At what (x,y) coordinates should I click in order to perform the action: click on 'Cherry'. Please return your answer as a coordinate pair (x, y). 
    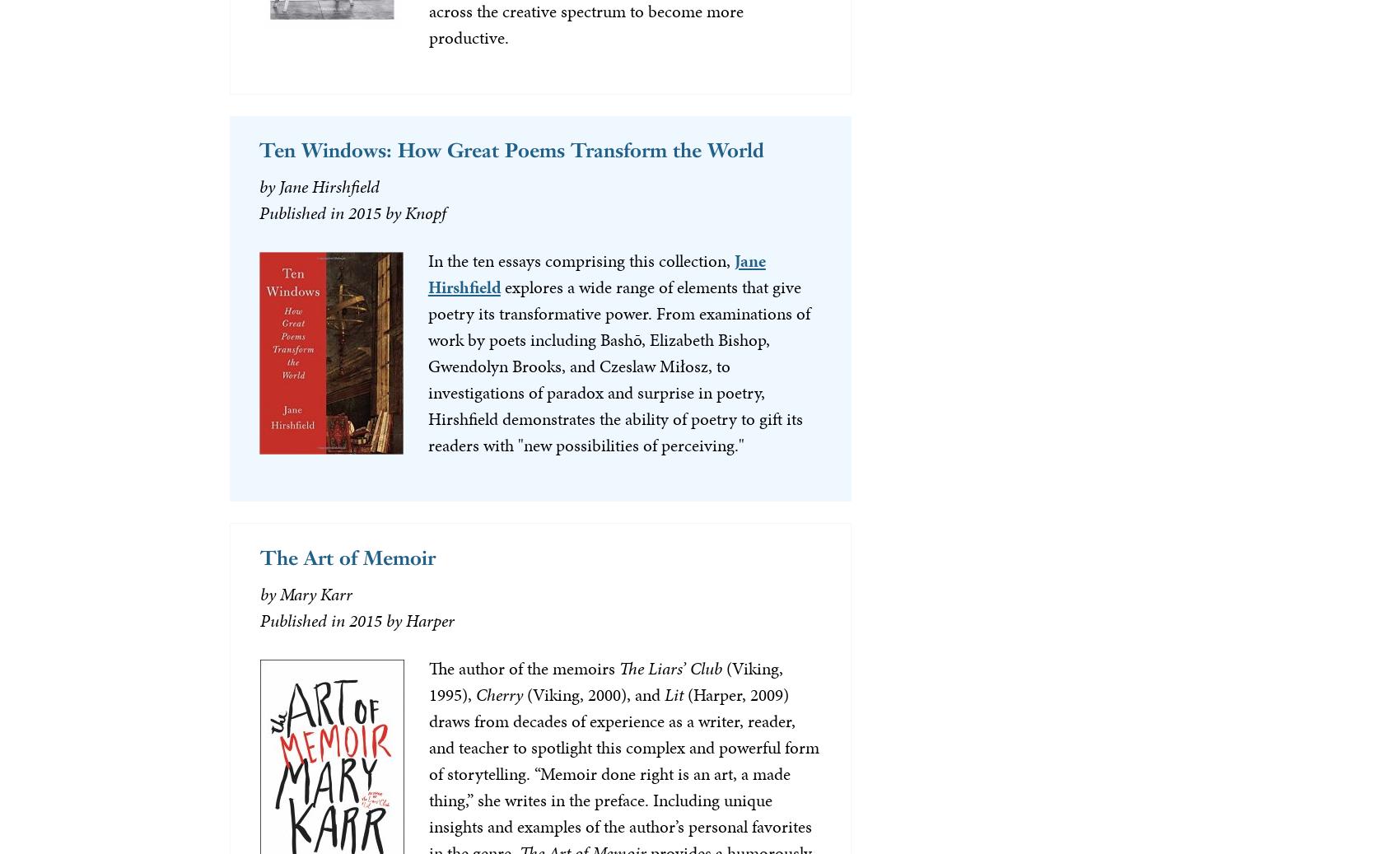
    Looking at the image, I should click on (495, 693).